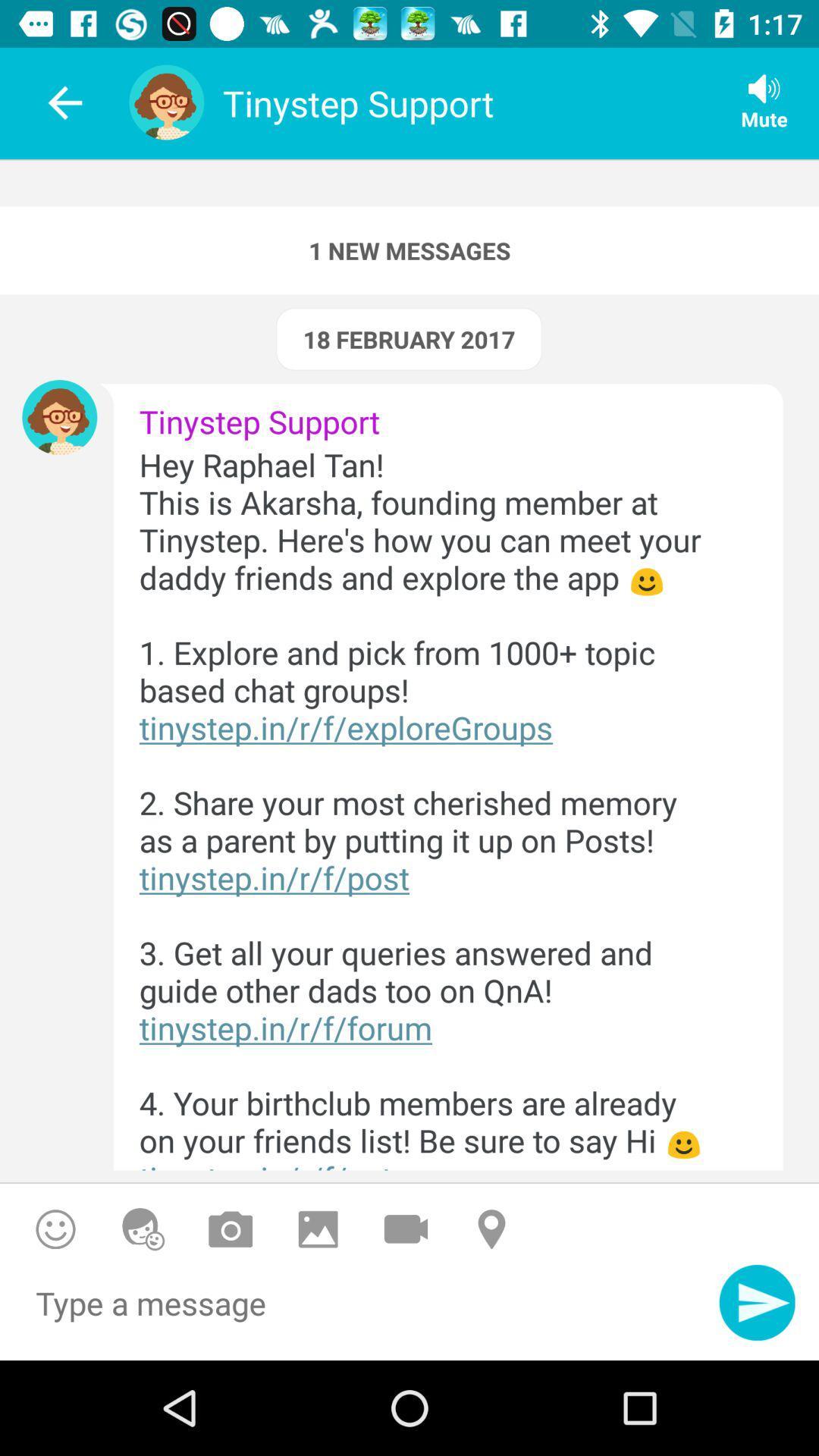  I want to click on hey raphael tan, so click(435, 805).